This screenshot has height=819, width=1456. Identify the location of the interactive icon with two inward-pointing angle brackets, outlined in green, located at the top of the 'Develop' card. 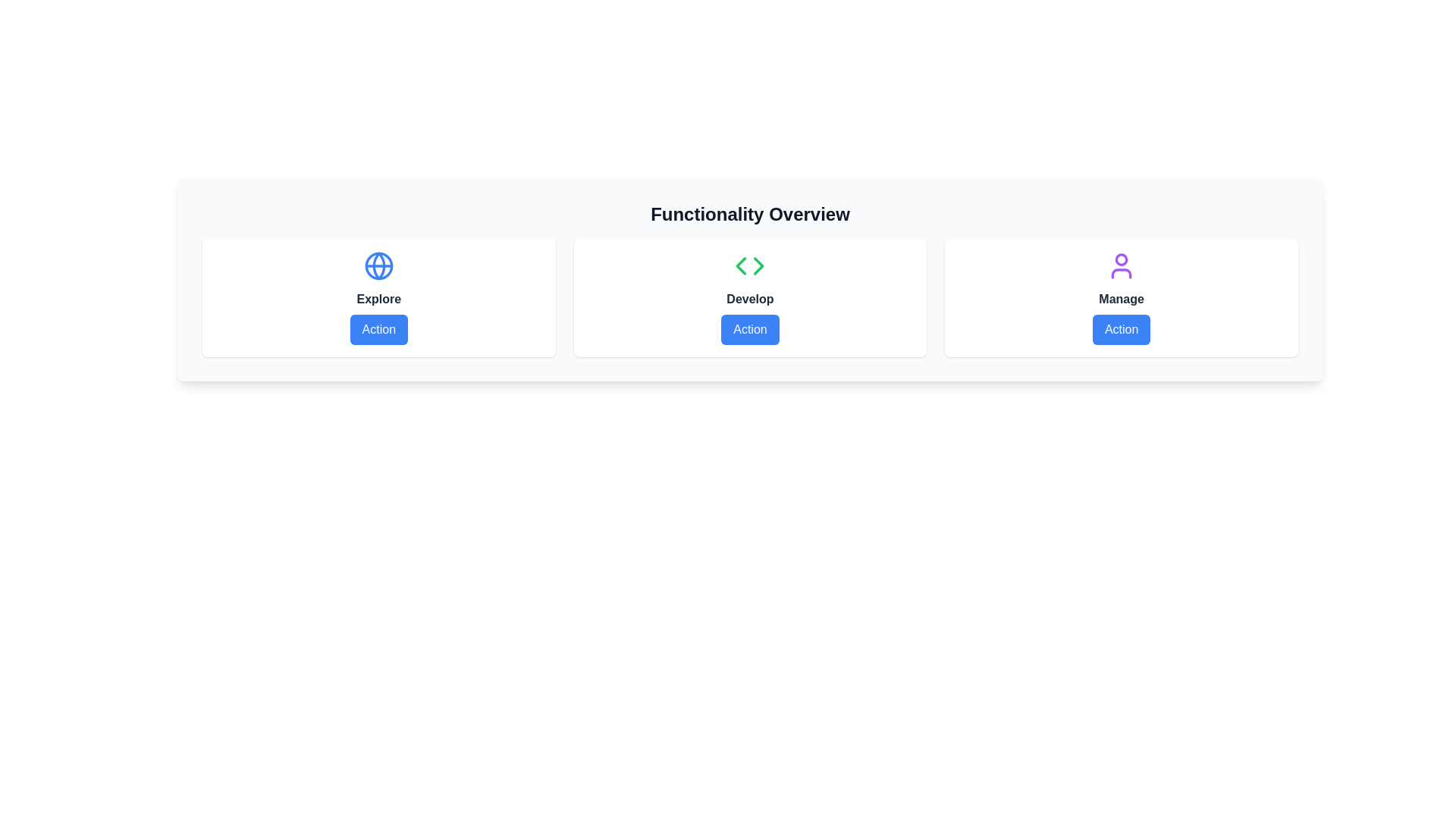
(750, 265).